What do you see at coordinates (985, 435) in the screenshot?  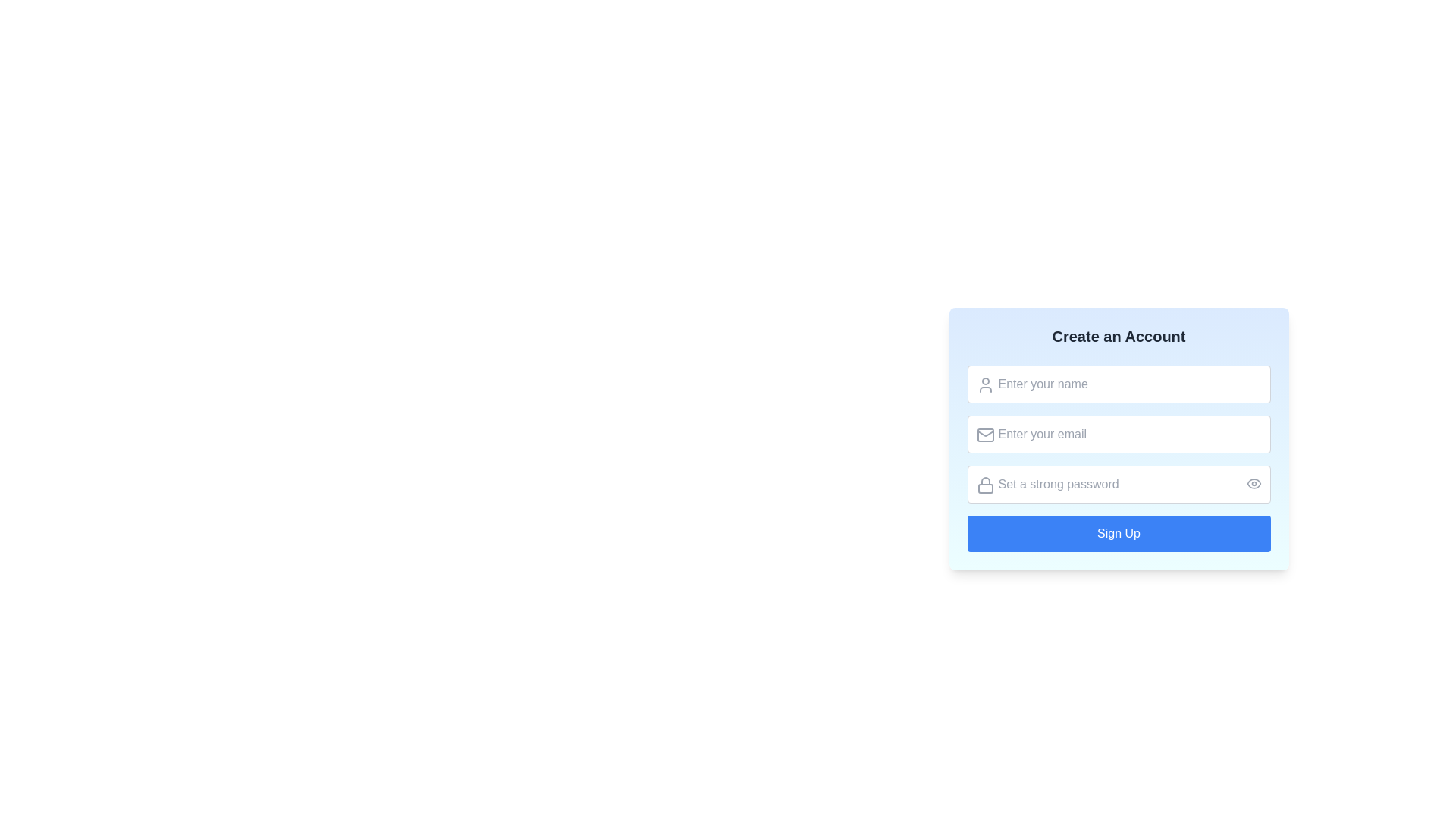 I see `the decorative mail icon component that visually indicates the purpose of the adjacent email input field` at bounding box center [985, 435].